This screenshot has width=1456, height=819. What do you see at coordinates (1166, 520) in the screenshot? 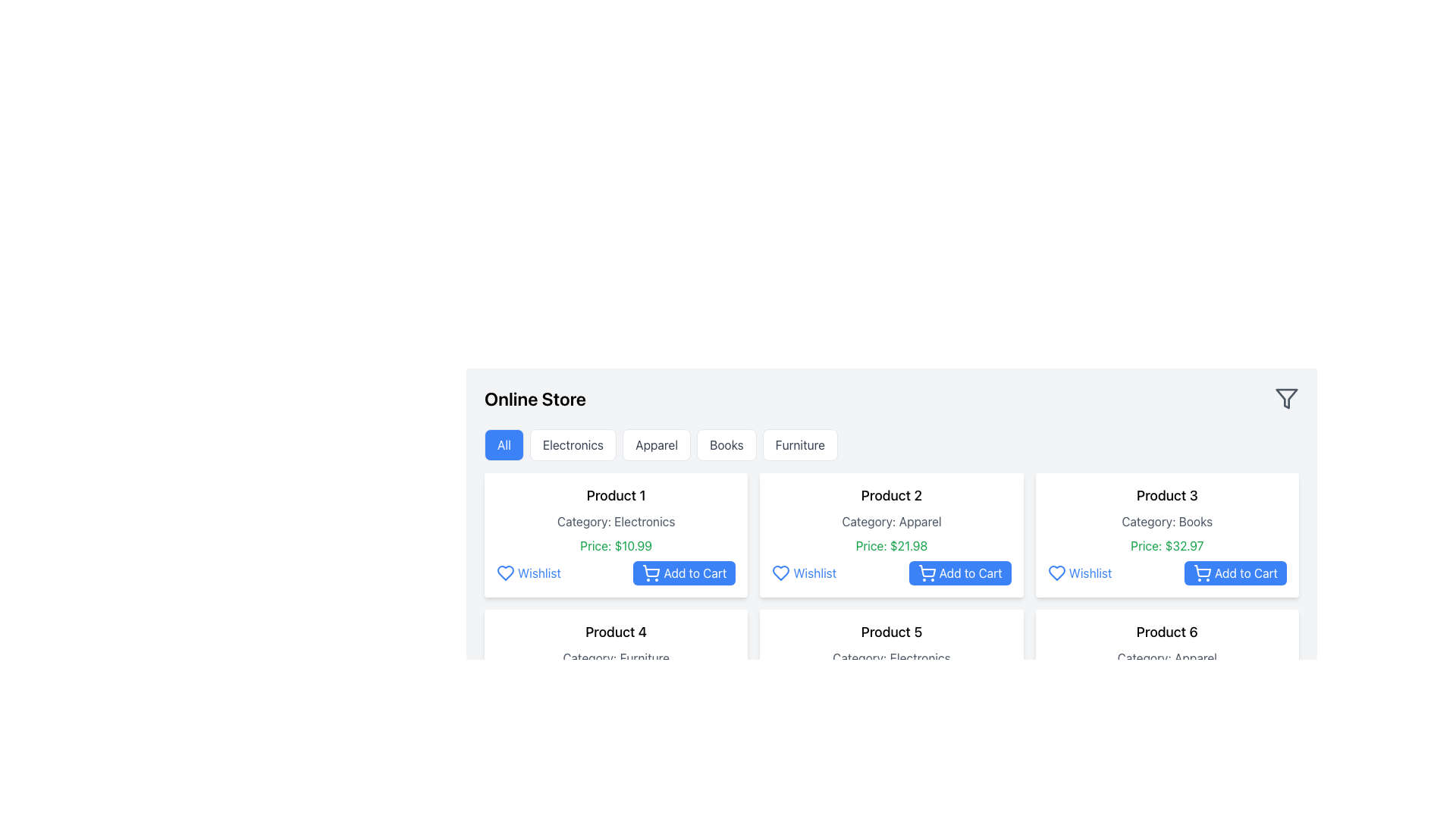
I see `the Text Label that indicates the category of 'Product 3', which is located in the third column of the online store grid, directly beneath the product title and above the price information` at bounding box center [1166, 520].